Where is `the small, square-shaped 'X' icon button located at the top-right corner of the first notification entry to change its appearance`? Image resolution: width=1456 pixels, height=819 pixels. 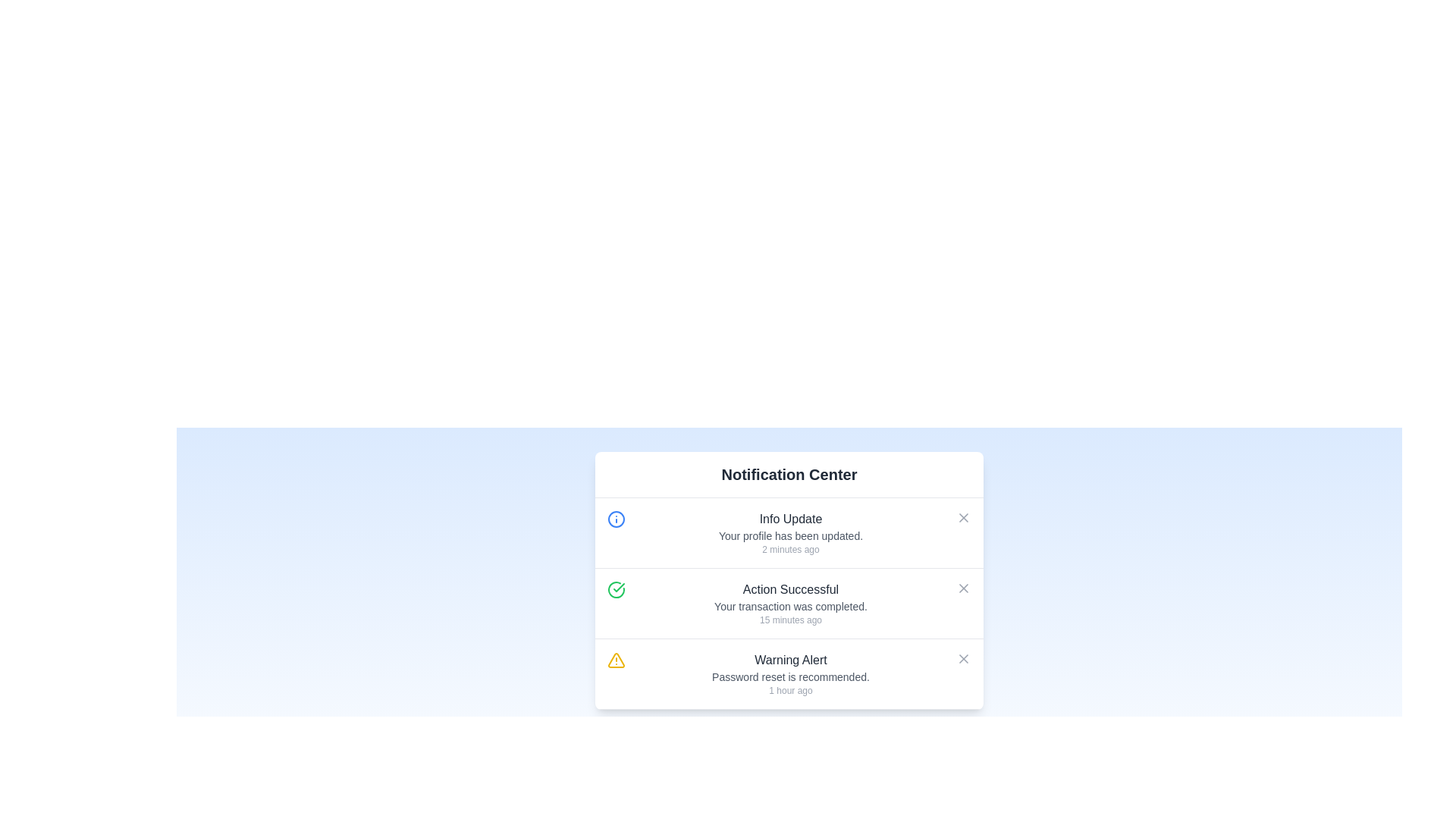
the small, square-shaped 'X' icon button located at the top-right corner of the first notification entry to change its appearance is located at coordinates (963, 516).